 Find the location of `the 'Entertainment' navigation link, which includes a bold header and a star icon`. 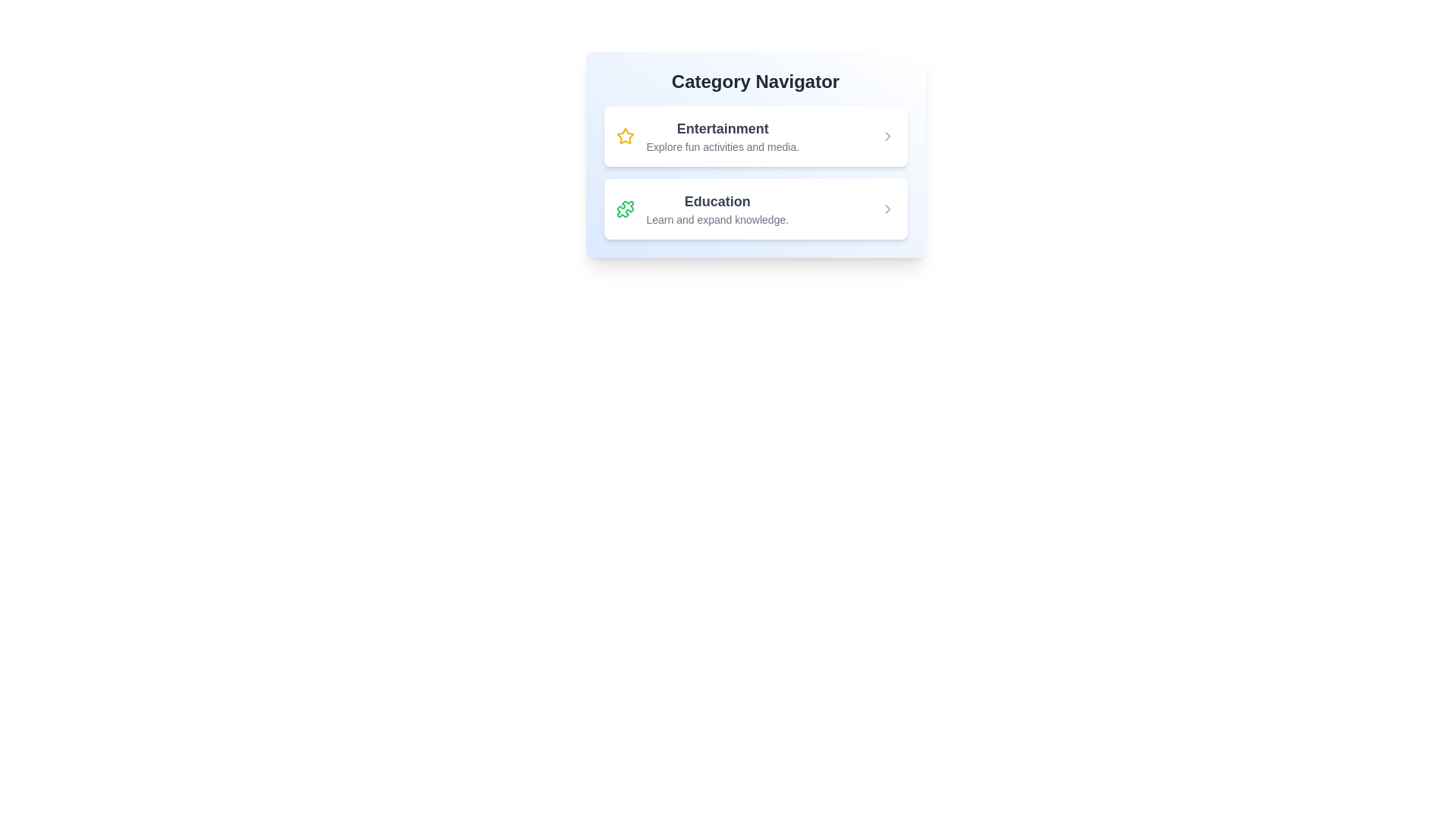

the 'Entertainment' navigation link, which includes a bold header and a star icon is located at coordinates (707, 136).